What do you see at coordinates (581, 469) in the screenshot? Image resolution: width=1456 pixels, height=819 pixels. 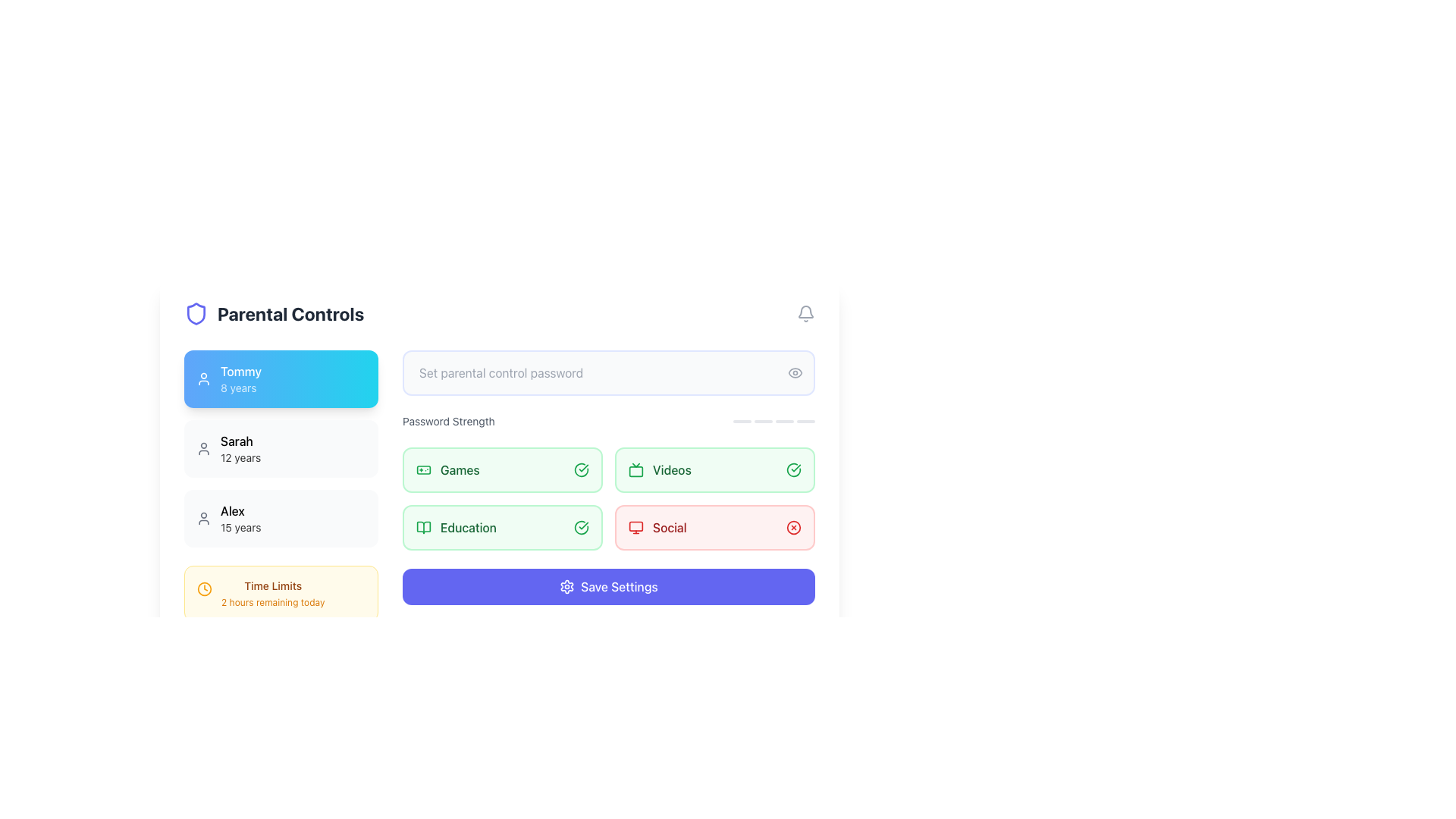 I see `the green circular icon with a checkmark located next to the 'Games' label` at bounding box center [581, 469].